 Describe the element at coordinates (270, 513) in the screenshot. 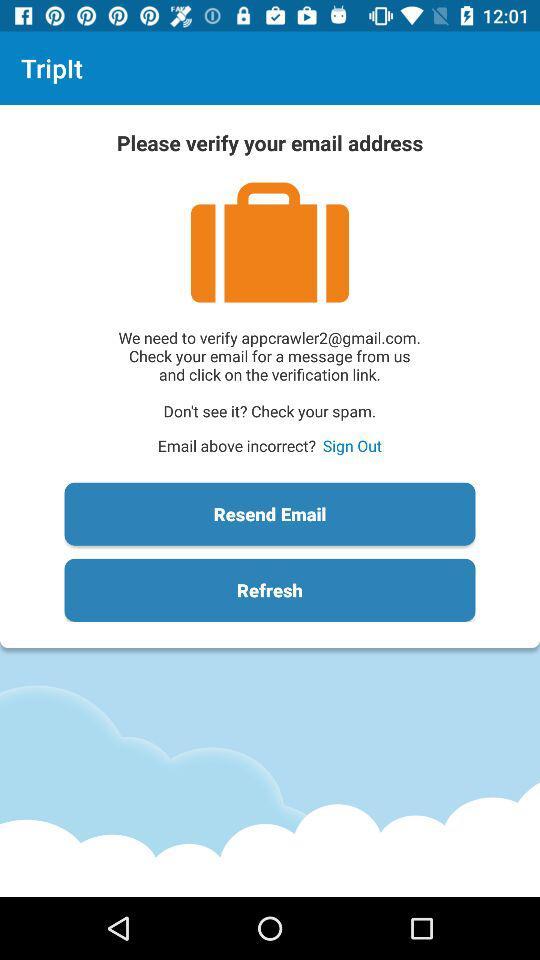

I see `resend email` at that location.